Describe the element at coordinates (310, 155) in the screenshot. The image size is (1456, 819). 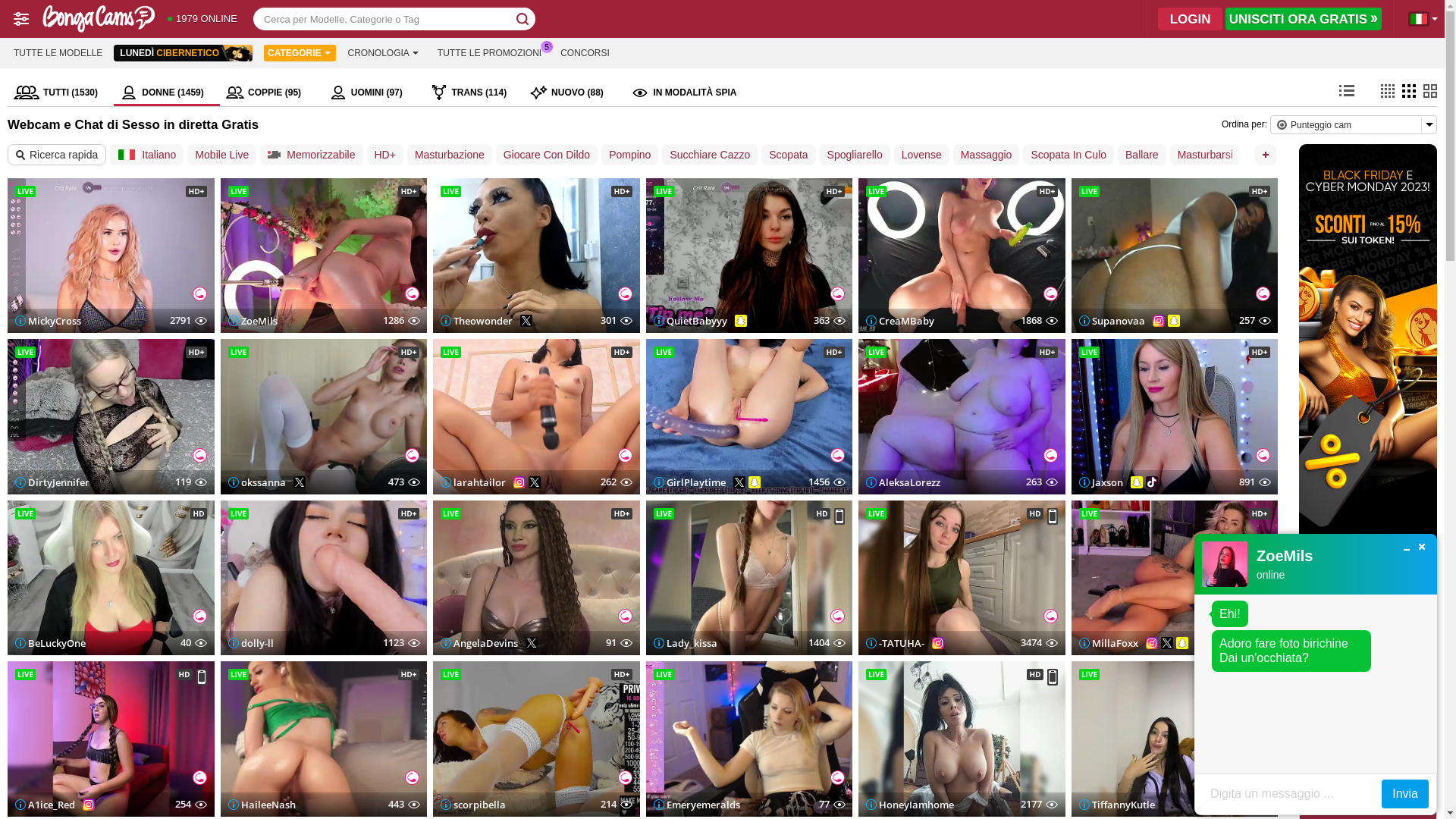
I see `'Memorizzabile'` at that location.